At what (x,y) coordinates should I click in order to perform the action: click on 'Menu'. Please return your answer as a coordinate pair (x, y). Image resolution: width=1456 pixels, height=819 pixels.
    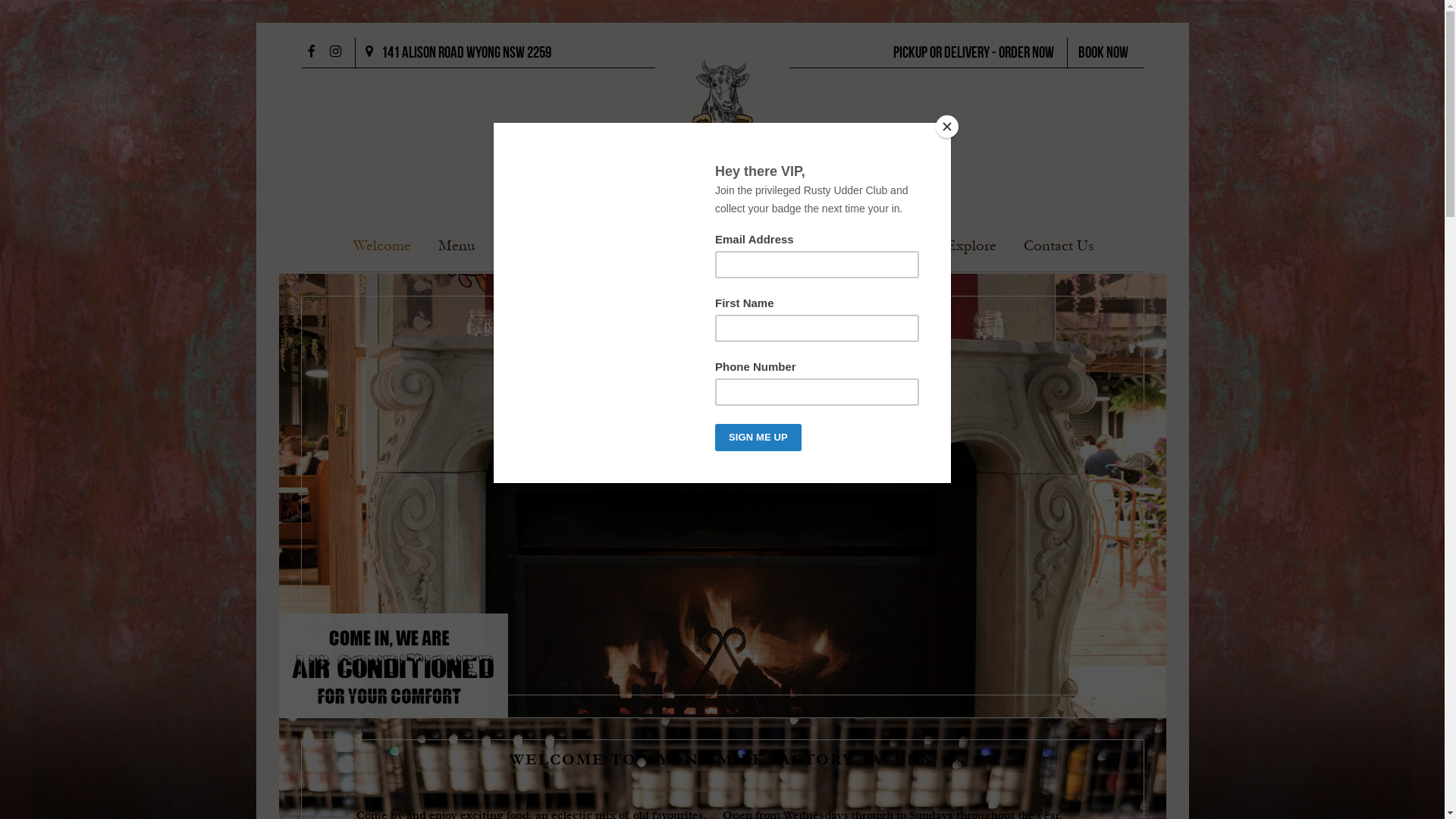
    Looking at the image, I should click on (437, 246).